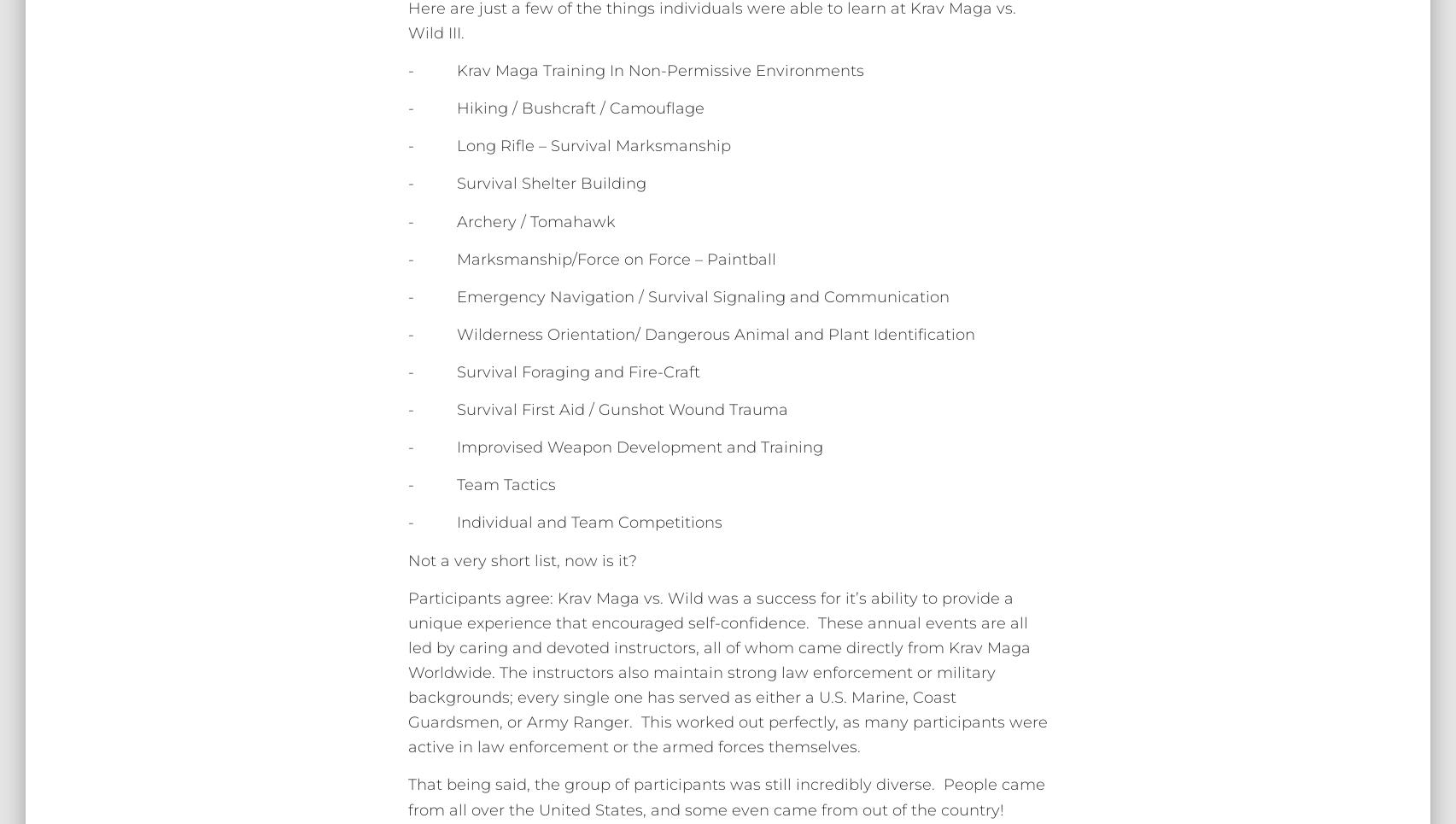  I want to click on '-          Krav Maga Training In Non-Permissive Environments', so click(635, 69).